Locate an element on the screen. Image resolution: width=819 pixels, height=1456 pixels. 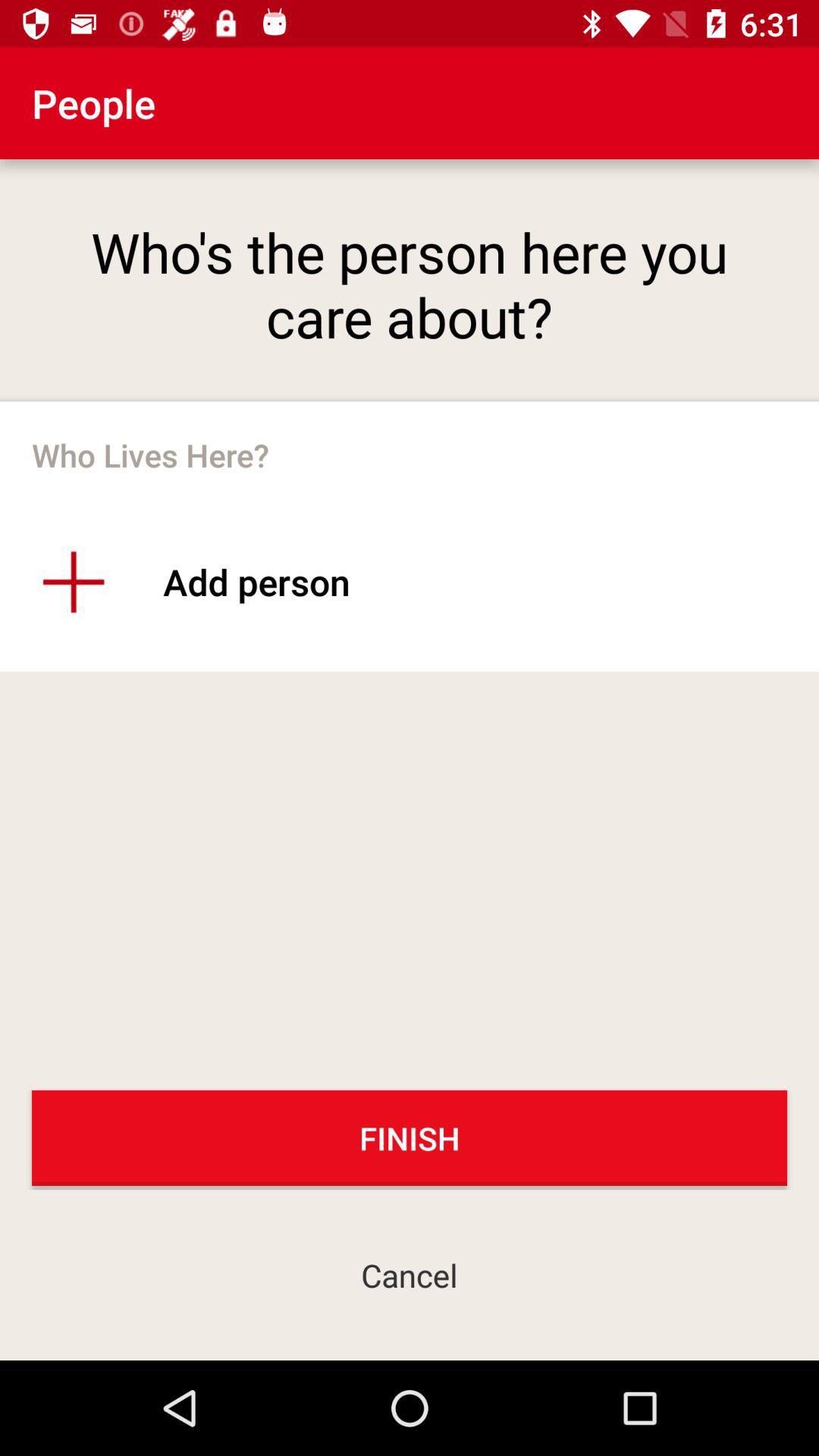
the icon below the finish item is located at coordinates (409, 1274).